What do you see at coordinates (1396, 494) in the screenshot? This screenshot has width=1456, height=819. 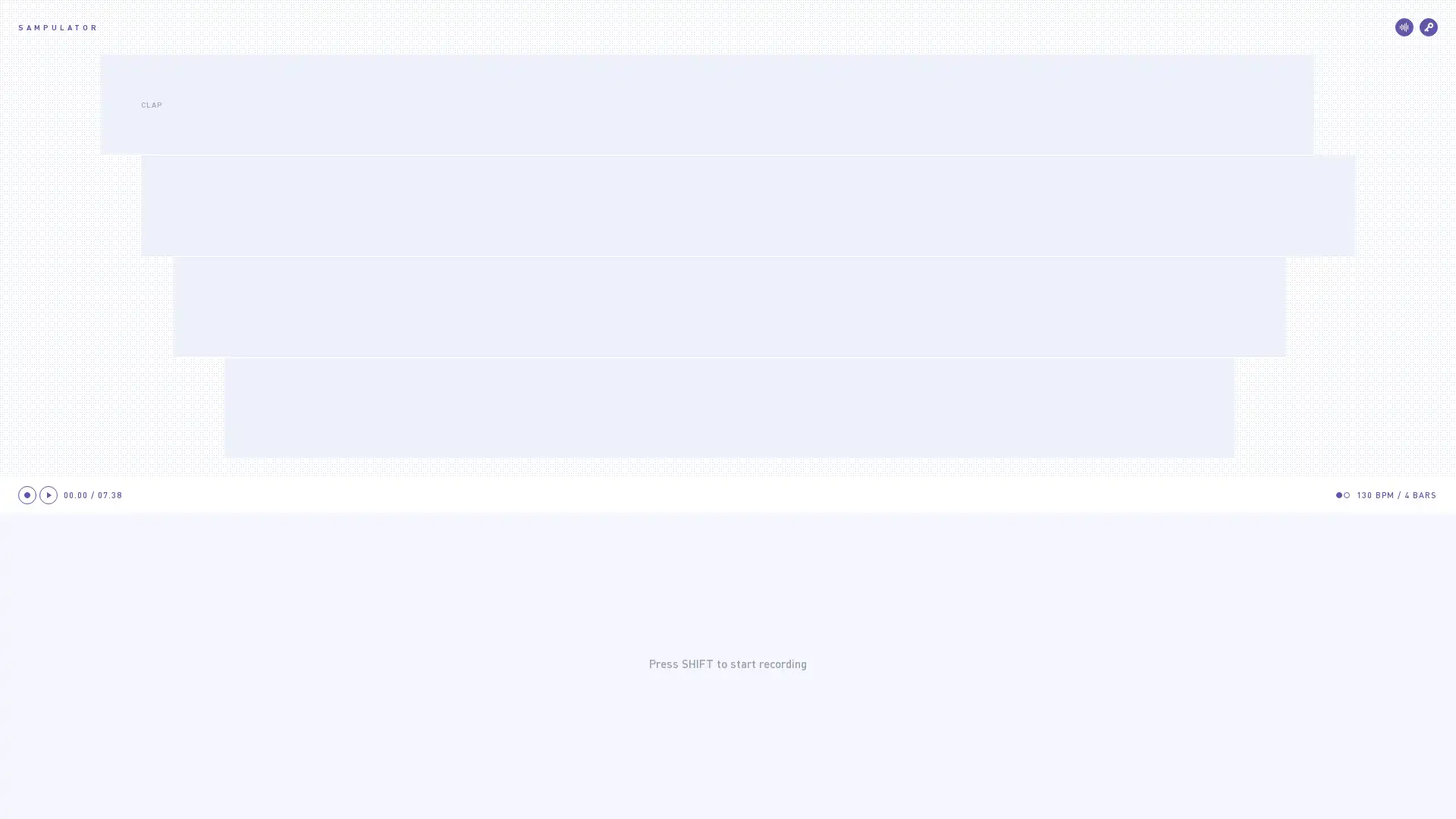 I see `130 BPM/4 BARS` at bounding box center [1396, 494].